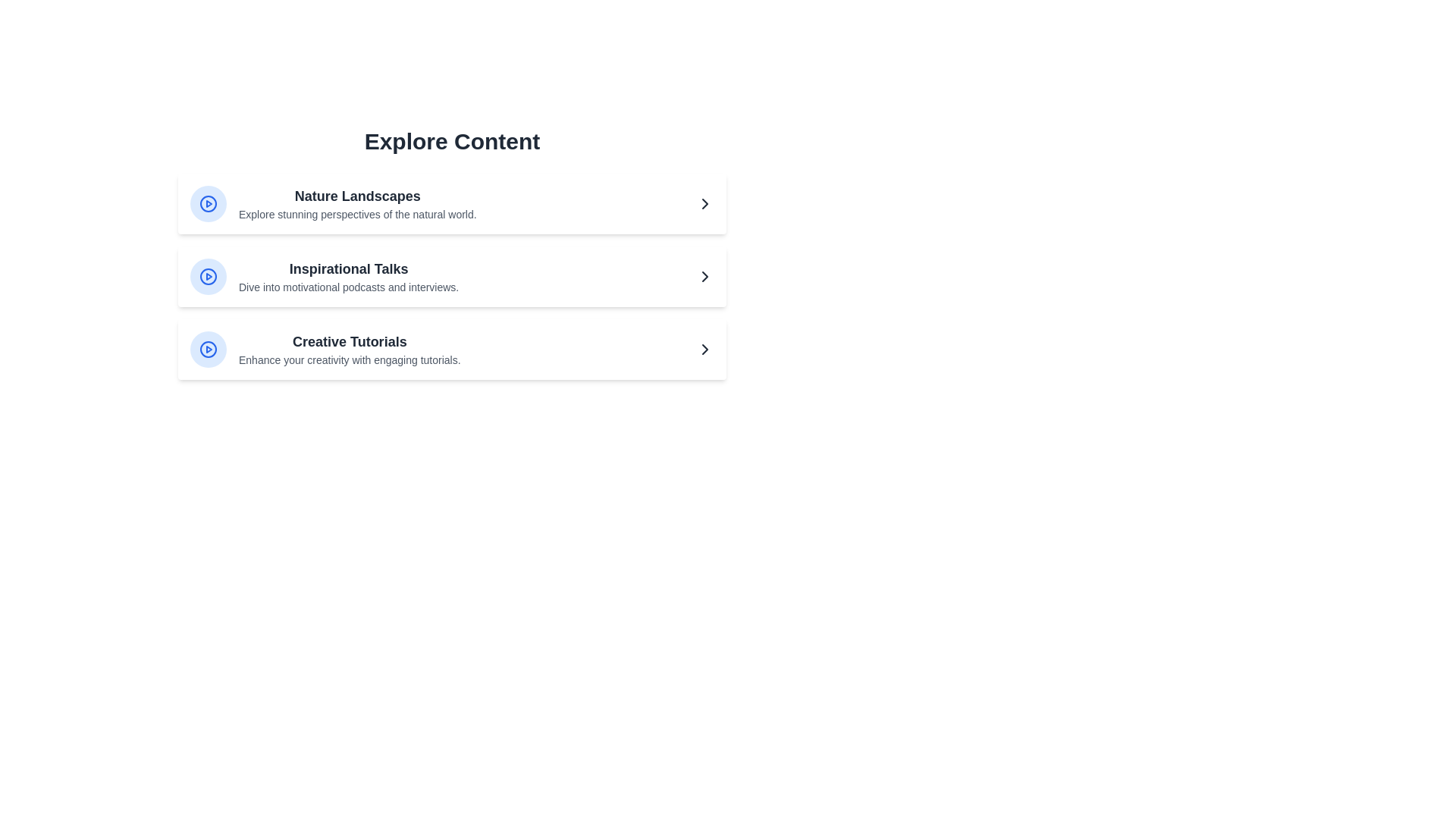 The width and height of the screenshot is (1456, 819). What do you see at coordinates (704, 203) in the screenshot?
I see `the arrow button for Nature Landscapes to navigate to more details` at bounding box center [704, 203].